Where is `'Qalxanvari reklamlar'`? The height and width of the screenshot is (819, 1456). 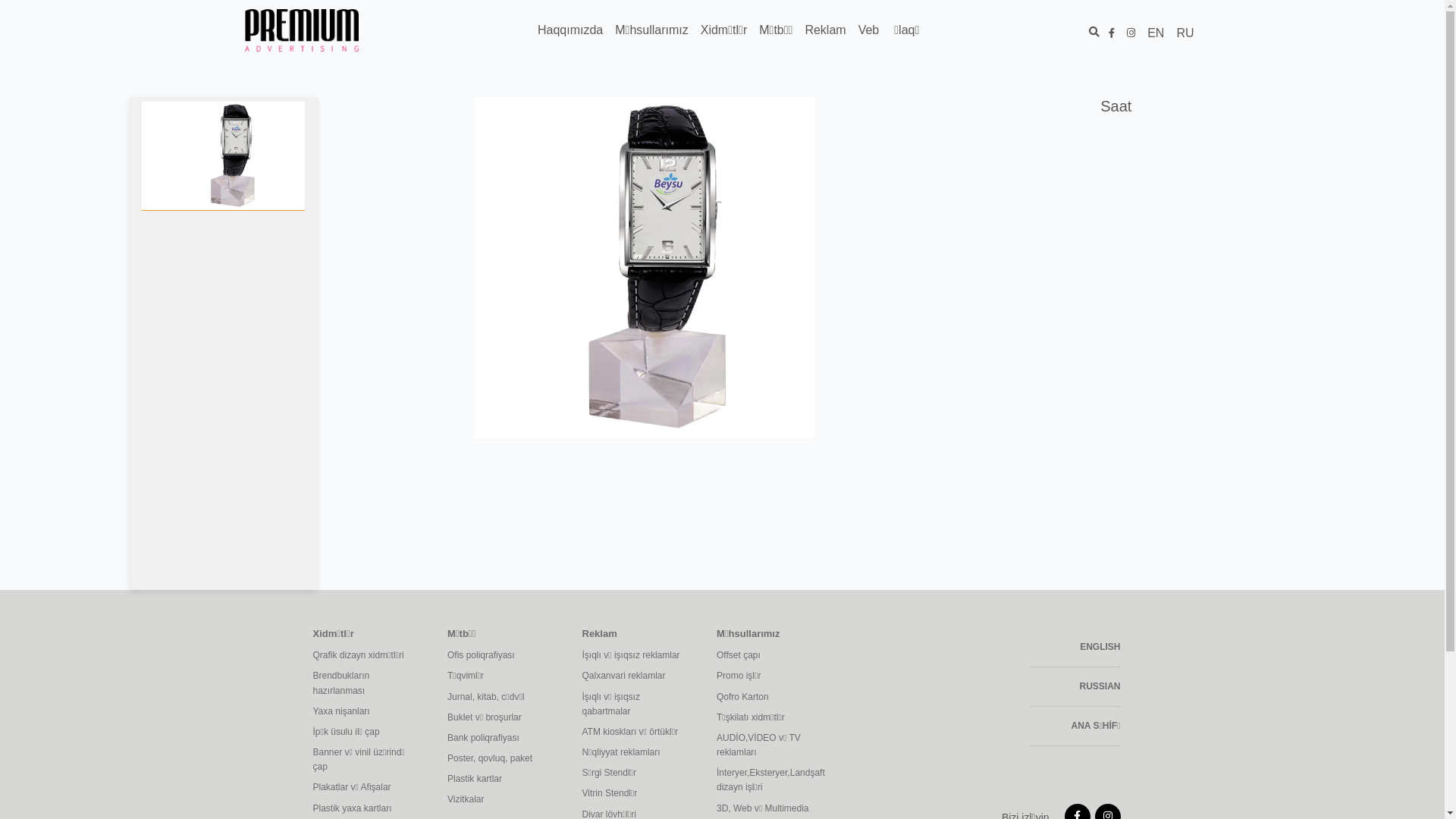
'Qalxanvari reklamlar' is located at coordinates (582, 675).